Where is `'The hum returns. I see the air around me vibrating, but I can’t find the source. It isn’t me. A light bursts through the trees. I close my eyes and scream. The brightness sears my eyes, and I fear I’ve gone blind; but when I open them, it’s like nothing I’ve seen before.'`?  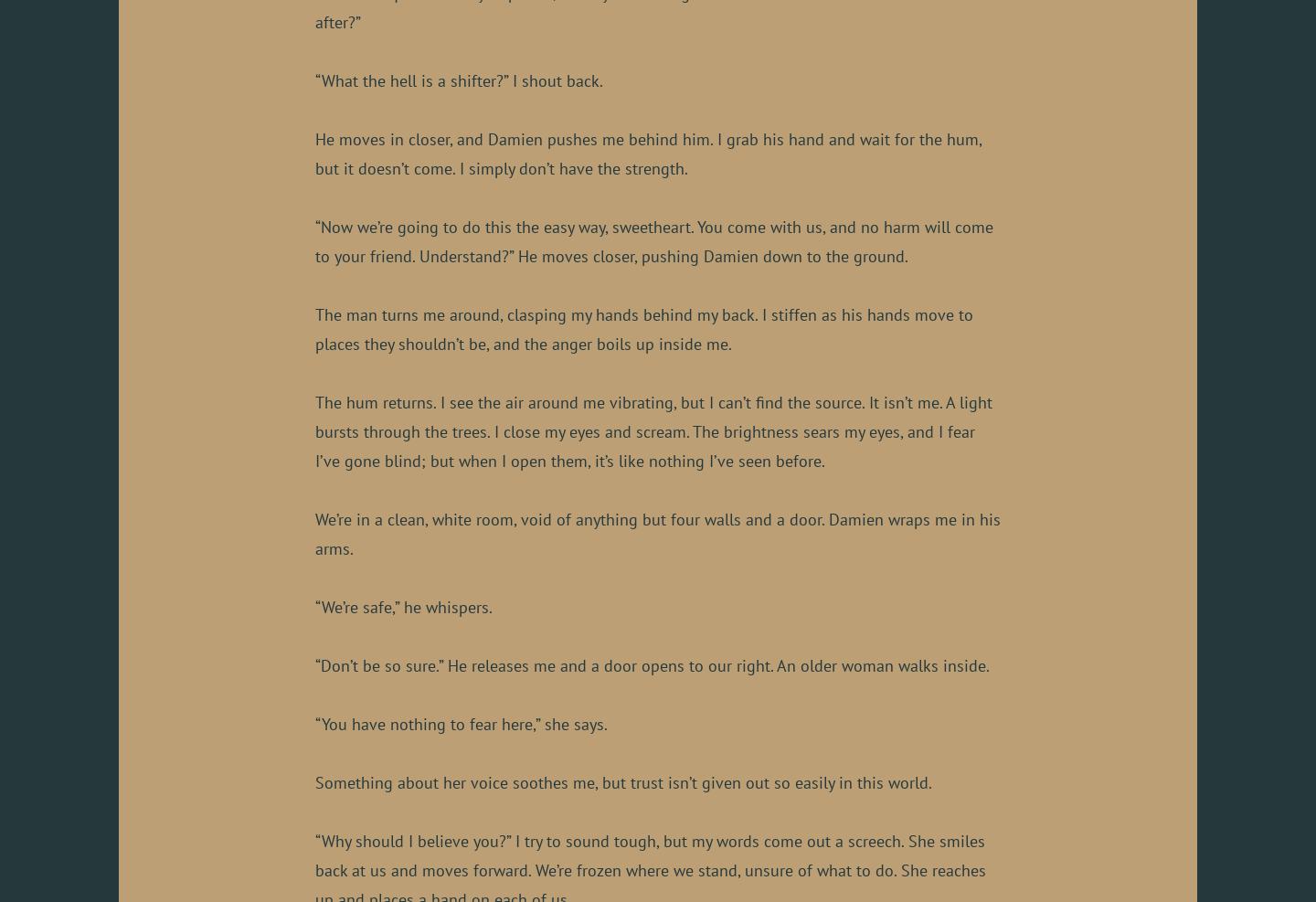
'The hum returns. I see the air around me vibrating, but I can’t find the source. It isn’t me. A light bursts through the trees. I close my eyes and scream. The brightness sears my eyes, and I fear I’ve gone blind; but when I open them, it’s like nothing I’ve seen before.' is located at coordinates (653, 430).